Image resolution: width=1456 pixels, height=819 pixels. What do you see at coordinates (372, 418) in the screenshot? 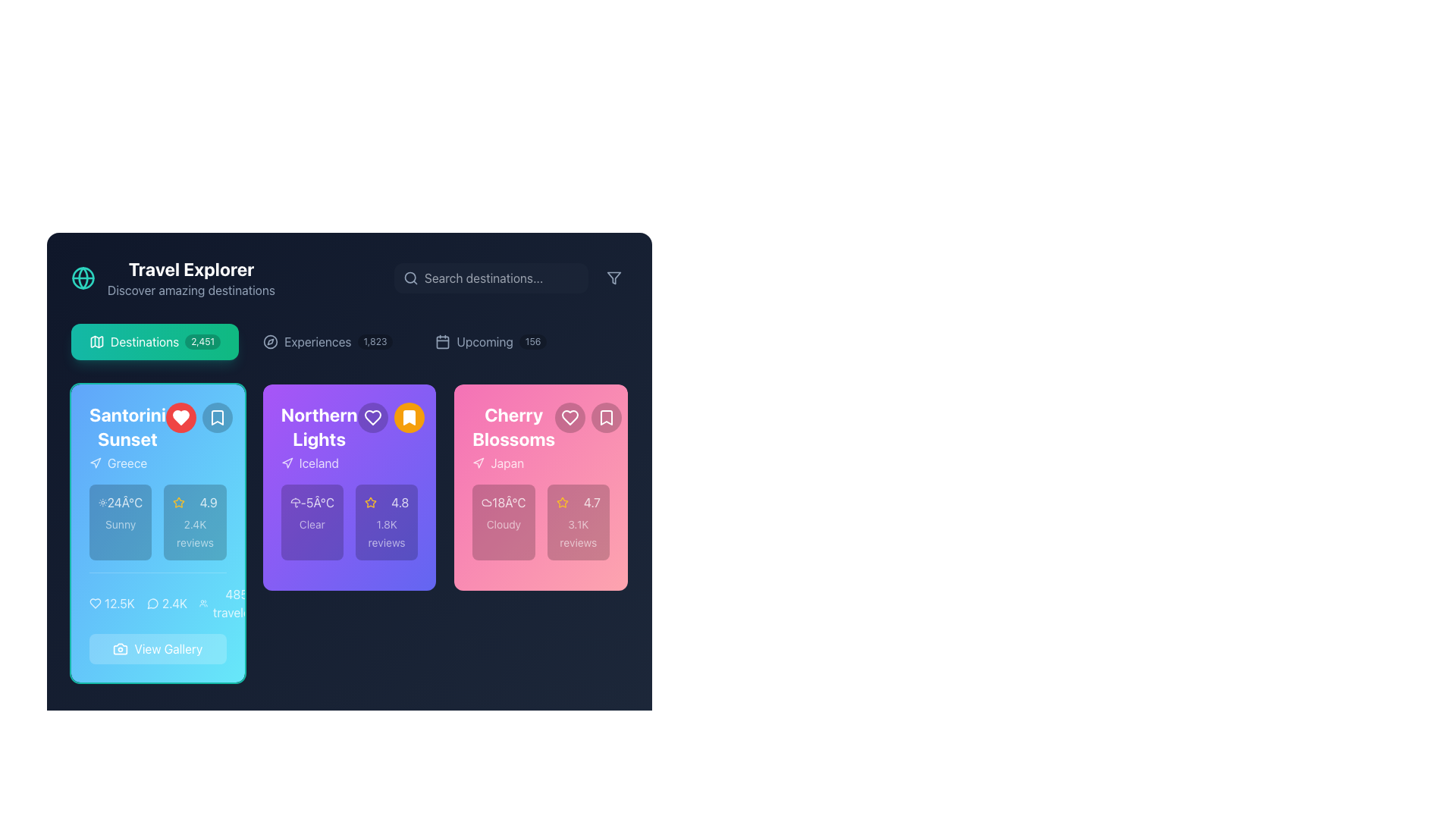
I see `the heart icon located in the upper-right area of the card associated with the 'Northern Lights' travel destination to mark it as a favorite` at bounding box center [372, 418].